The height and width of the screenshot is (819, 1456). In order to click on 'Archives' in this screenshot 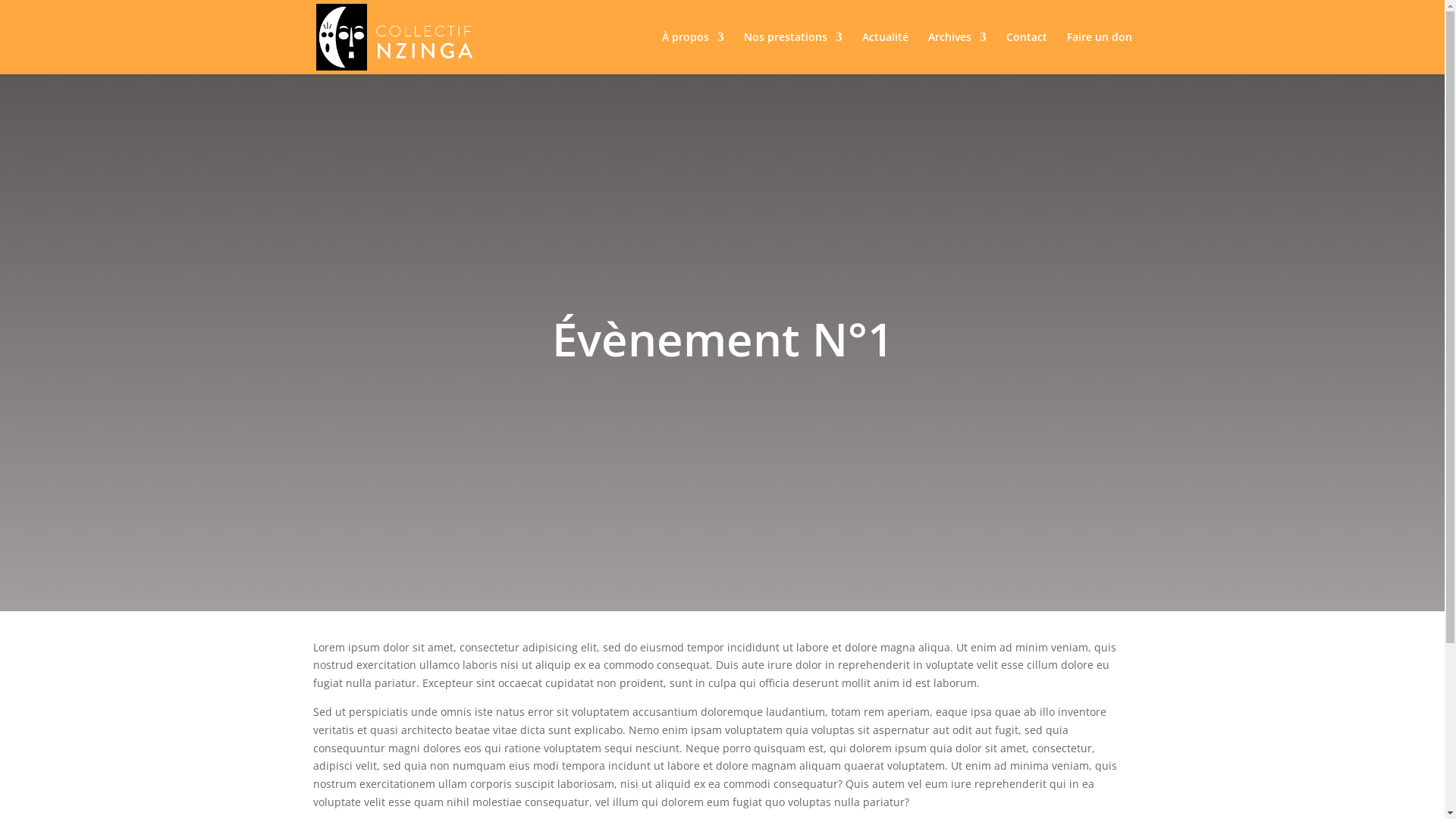, I will do `click(927, 52)`.